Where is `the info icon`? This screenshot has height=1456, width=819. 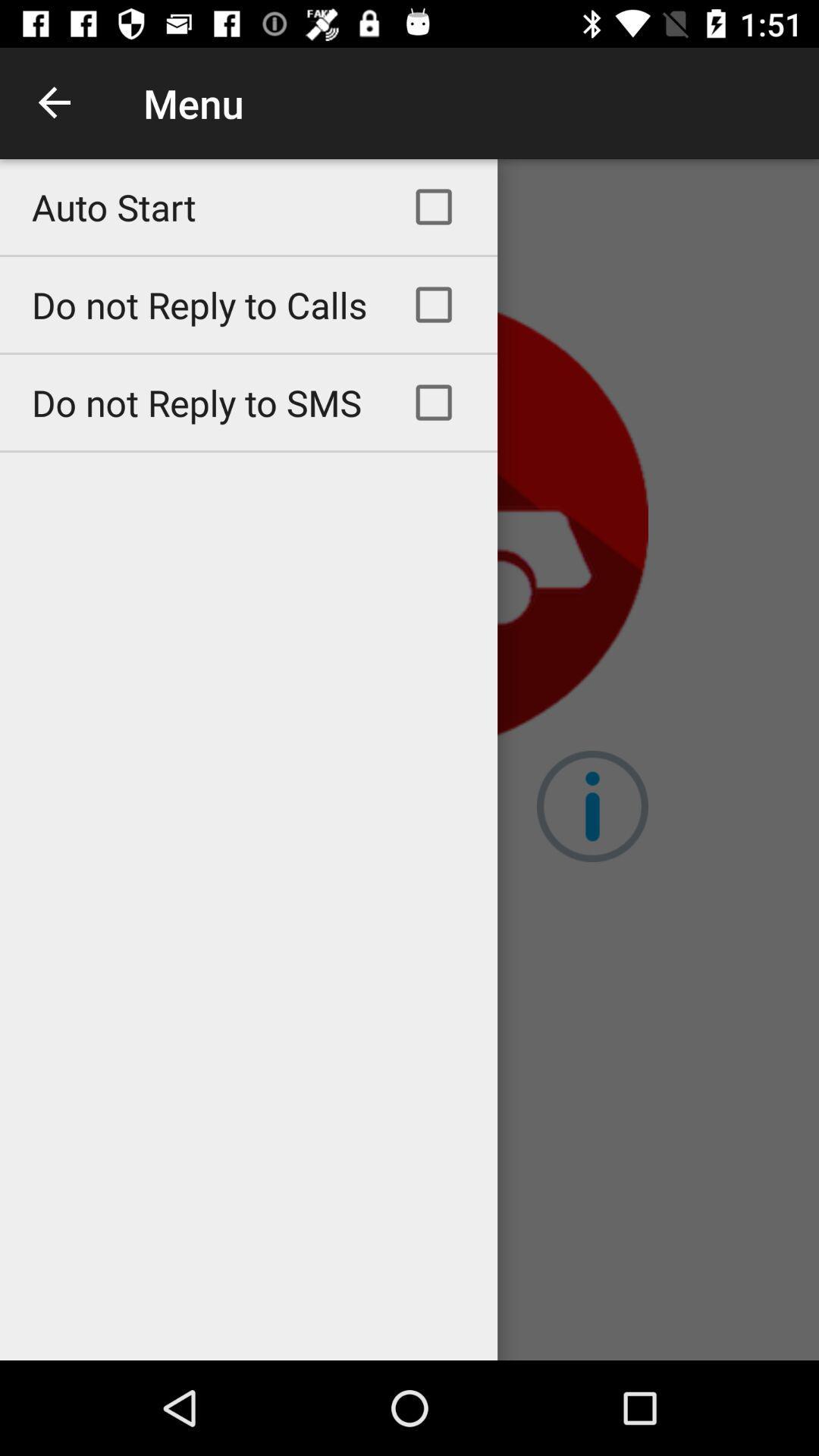 the info icon is located at coordinates (591, 805).